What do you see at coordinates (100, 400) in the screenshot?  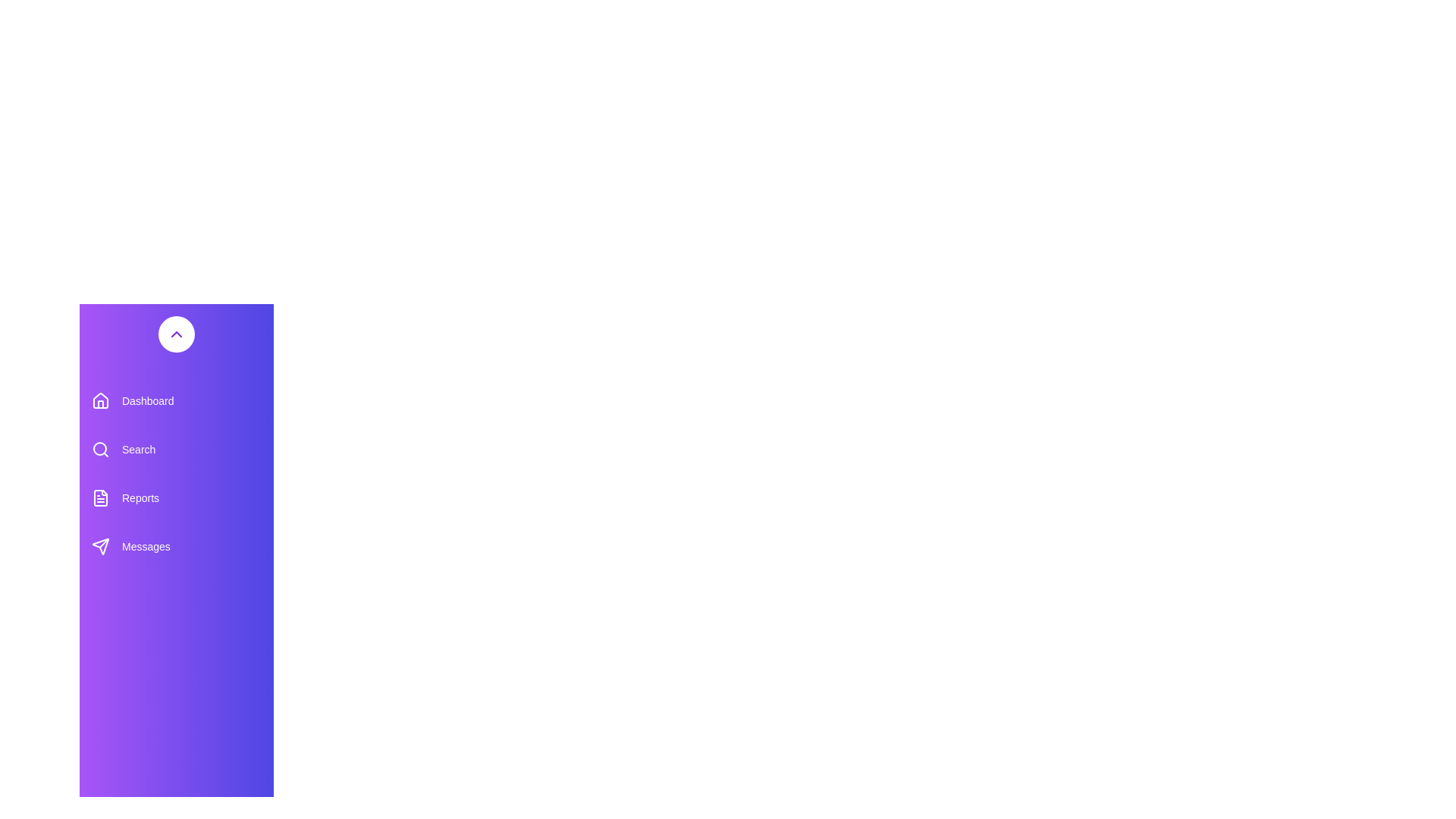 I see `the house icon element located above the 'Dashboard' text label in the left-hand vertical menu for accessibility navigation` at bounding box center [100, 400].